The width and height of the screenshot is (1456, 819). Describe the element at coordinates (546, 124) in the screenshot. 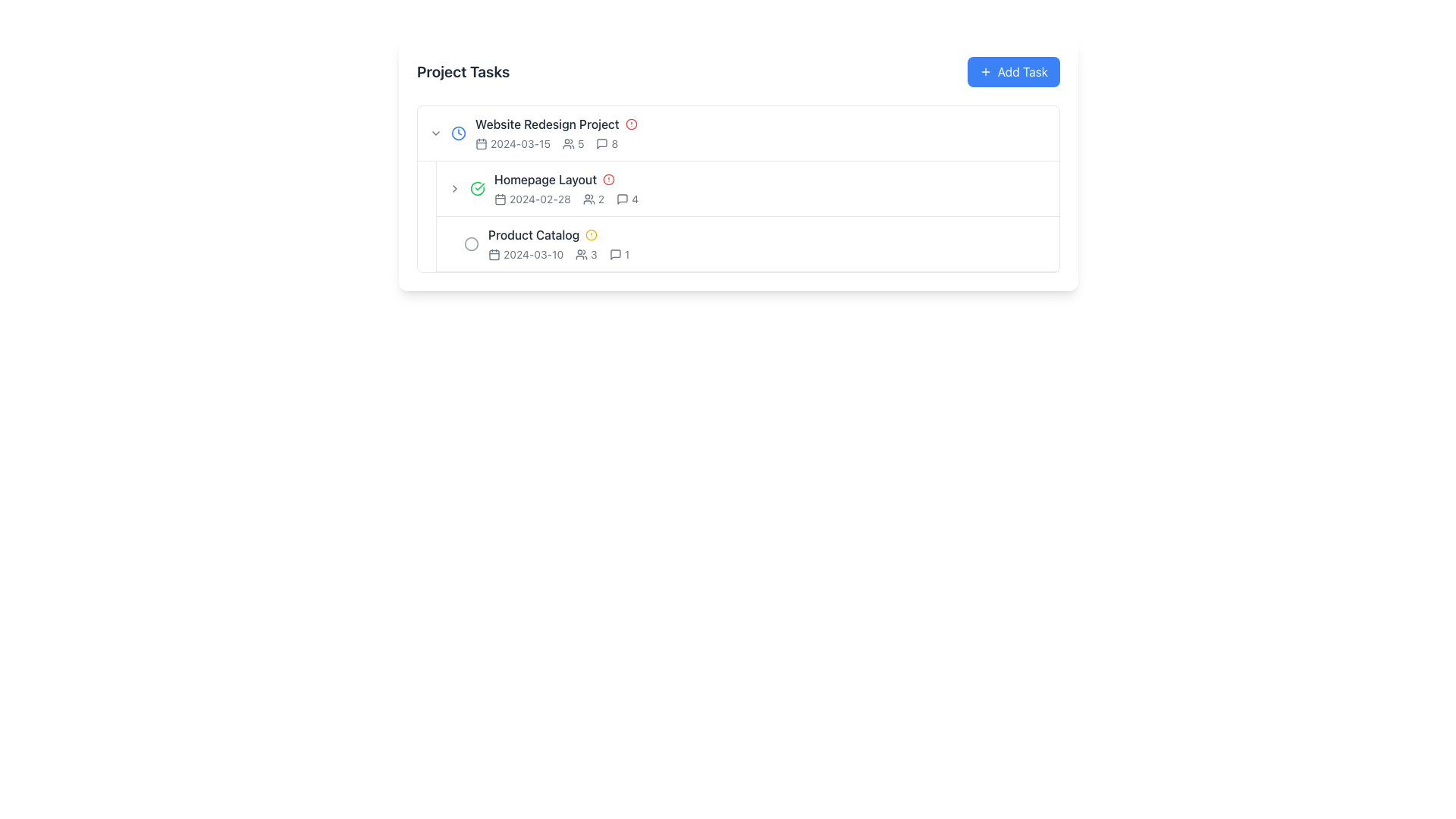

I see `text content of the label displaying 'Website Redesign Project', which is styled in medium-weight dark gray font and positioned at the top of the list under 'Project Tasks'` at that location.